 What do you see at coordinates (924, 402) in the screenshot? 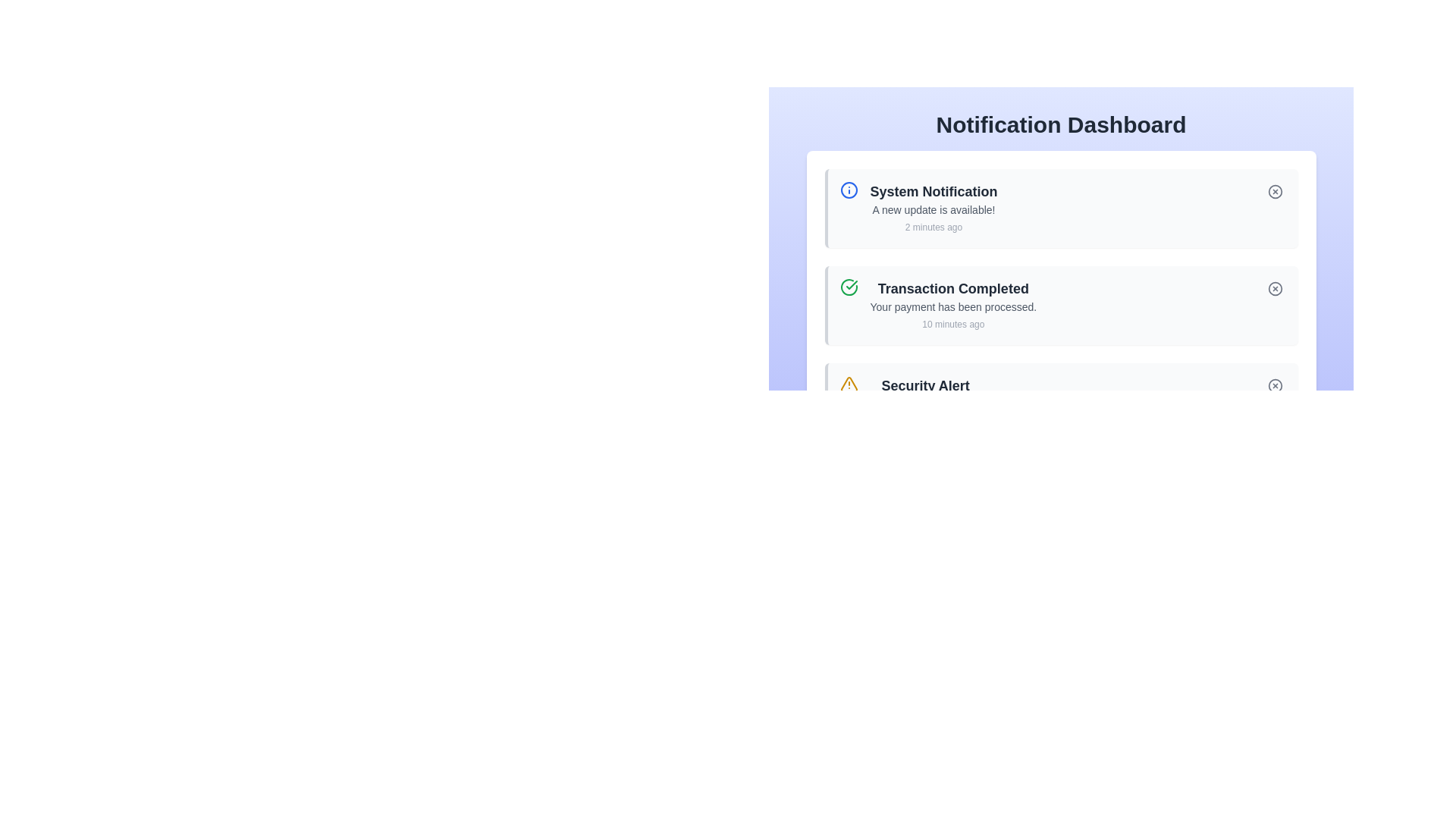
I see `the third notification in the vertical list on the notification panel that alerts about an unusual login detected, positioned below the 'Transaction Completed' notification` at bounding box center [924, 402].